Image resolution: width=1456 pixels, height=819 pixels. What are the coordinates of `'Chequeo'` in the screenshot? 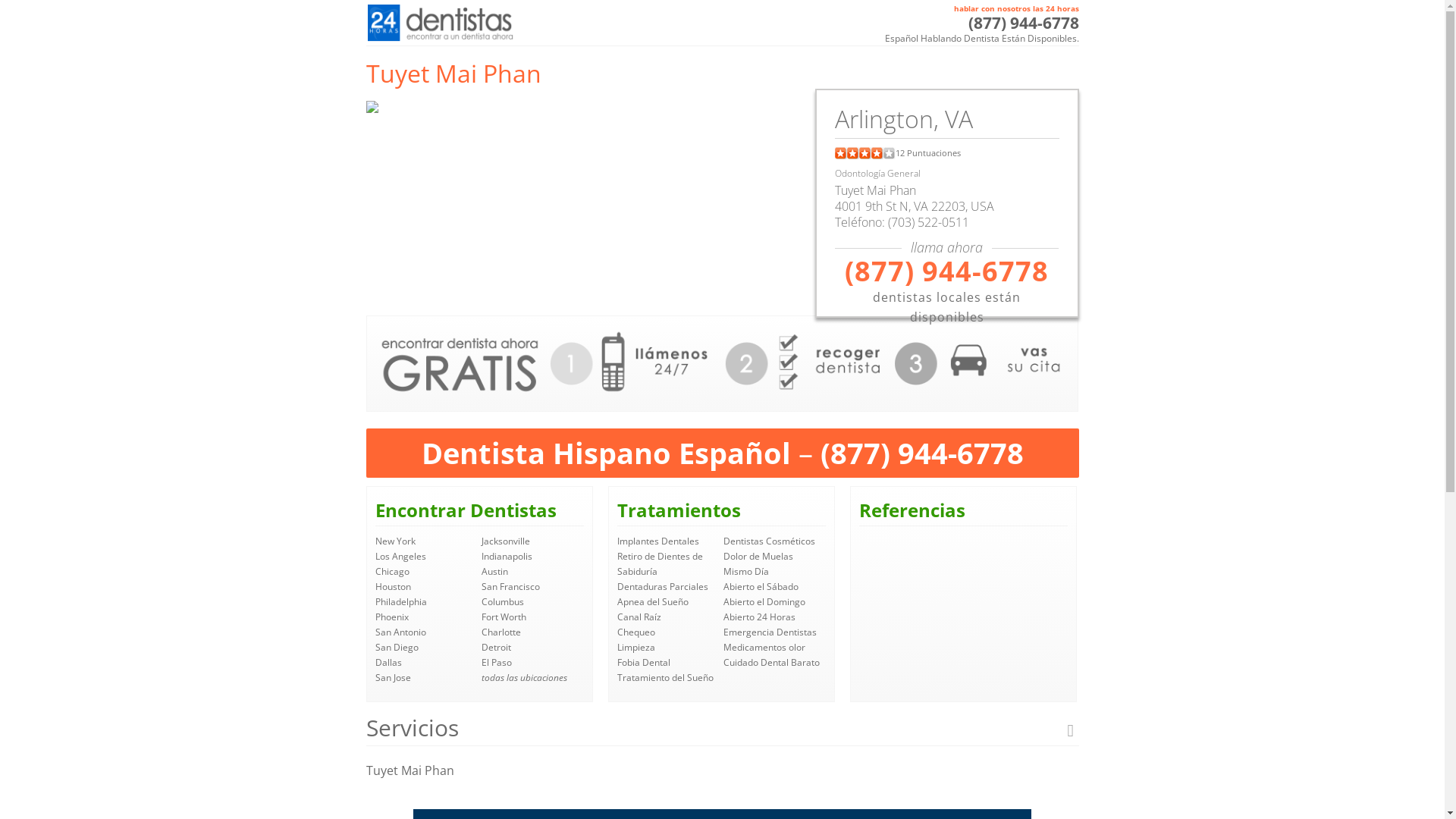 It's located at (636, 632).